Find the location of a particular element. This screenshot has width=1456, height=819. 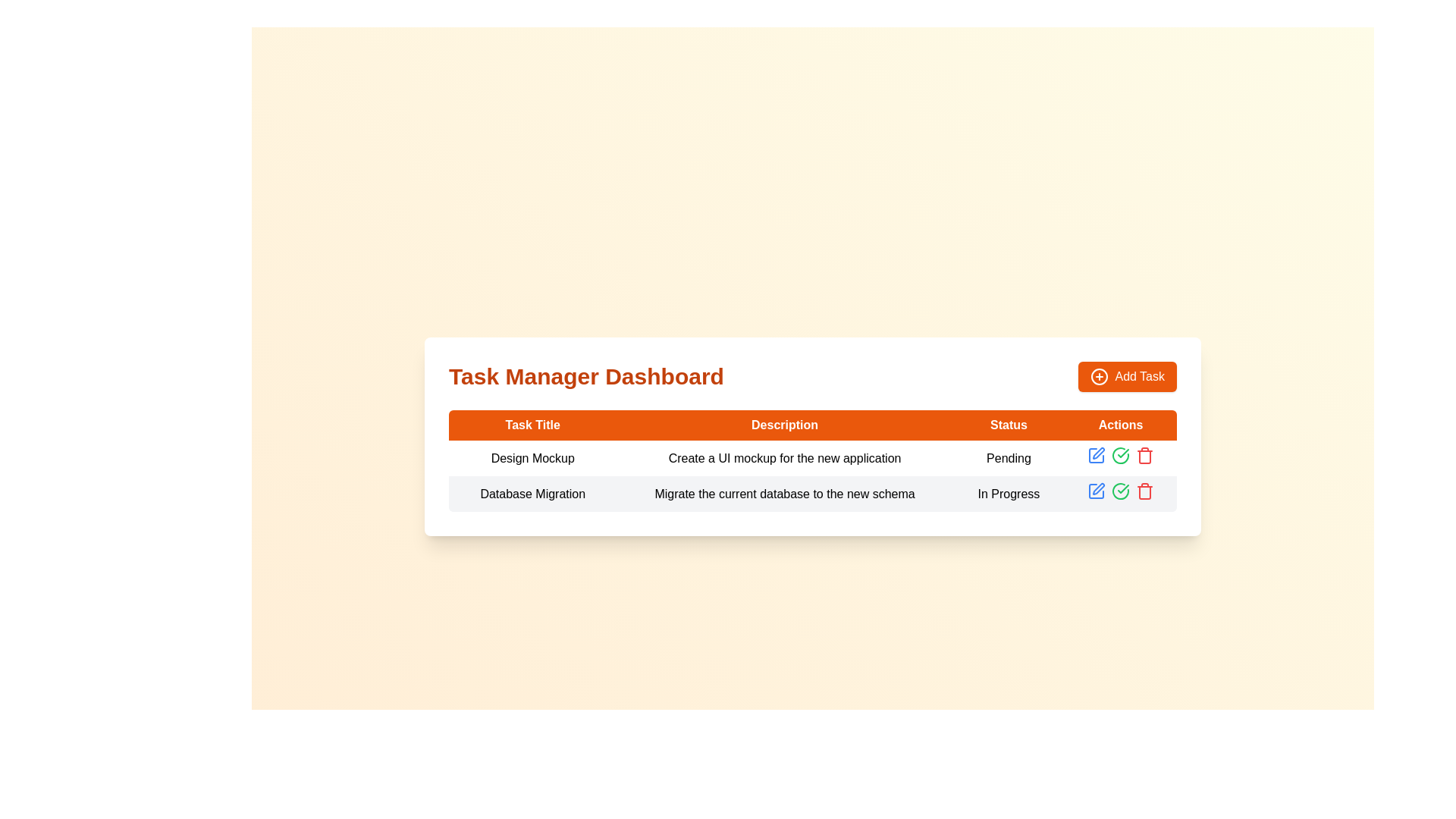

the 'trash' icon in the 'Actions' column of the second row is located at coordinates (1145, 456).